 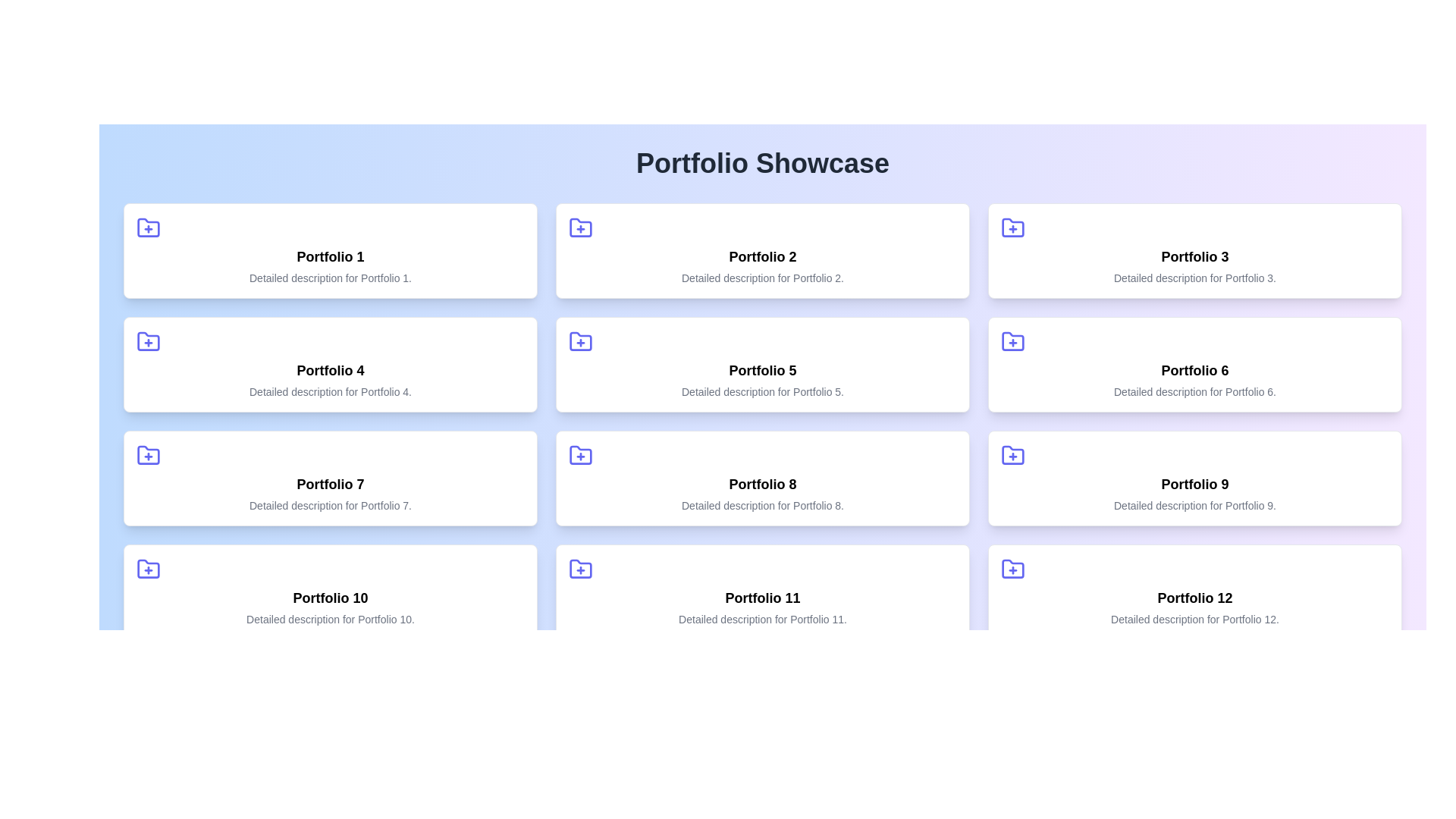 What do you see at coordinates (330, 598) in the screenshot?
I see `the text element displaying 'Portfolio 10' which is centrally aligned and positioned above a smaller descriptive text in the bottom-left corner of the grid layout` at bounding box center [330, 598].